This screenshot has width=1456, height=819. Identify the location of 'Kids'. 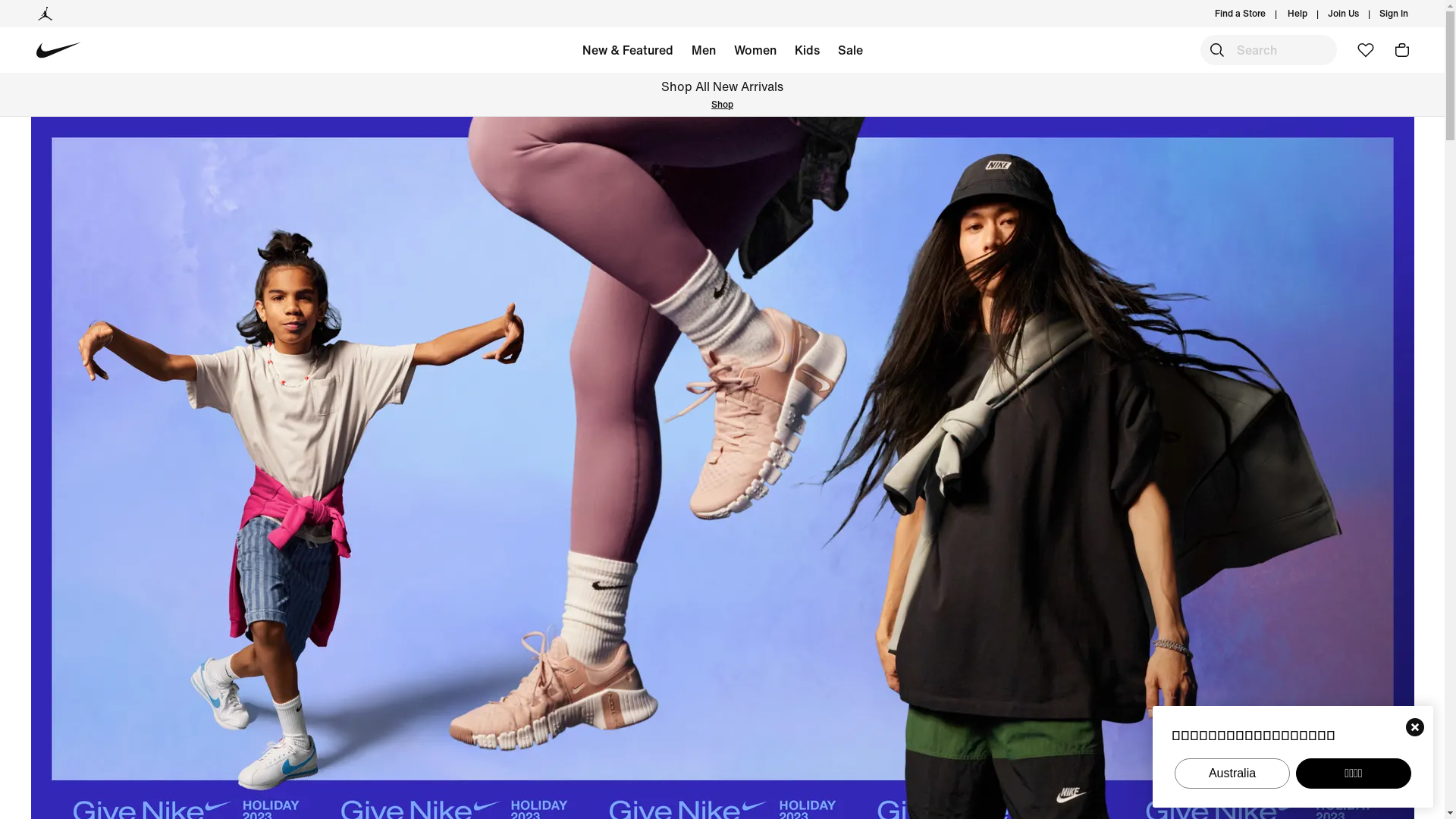
(806, 52).